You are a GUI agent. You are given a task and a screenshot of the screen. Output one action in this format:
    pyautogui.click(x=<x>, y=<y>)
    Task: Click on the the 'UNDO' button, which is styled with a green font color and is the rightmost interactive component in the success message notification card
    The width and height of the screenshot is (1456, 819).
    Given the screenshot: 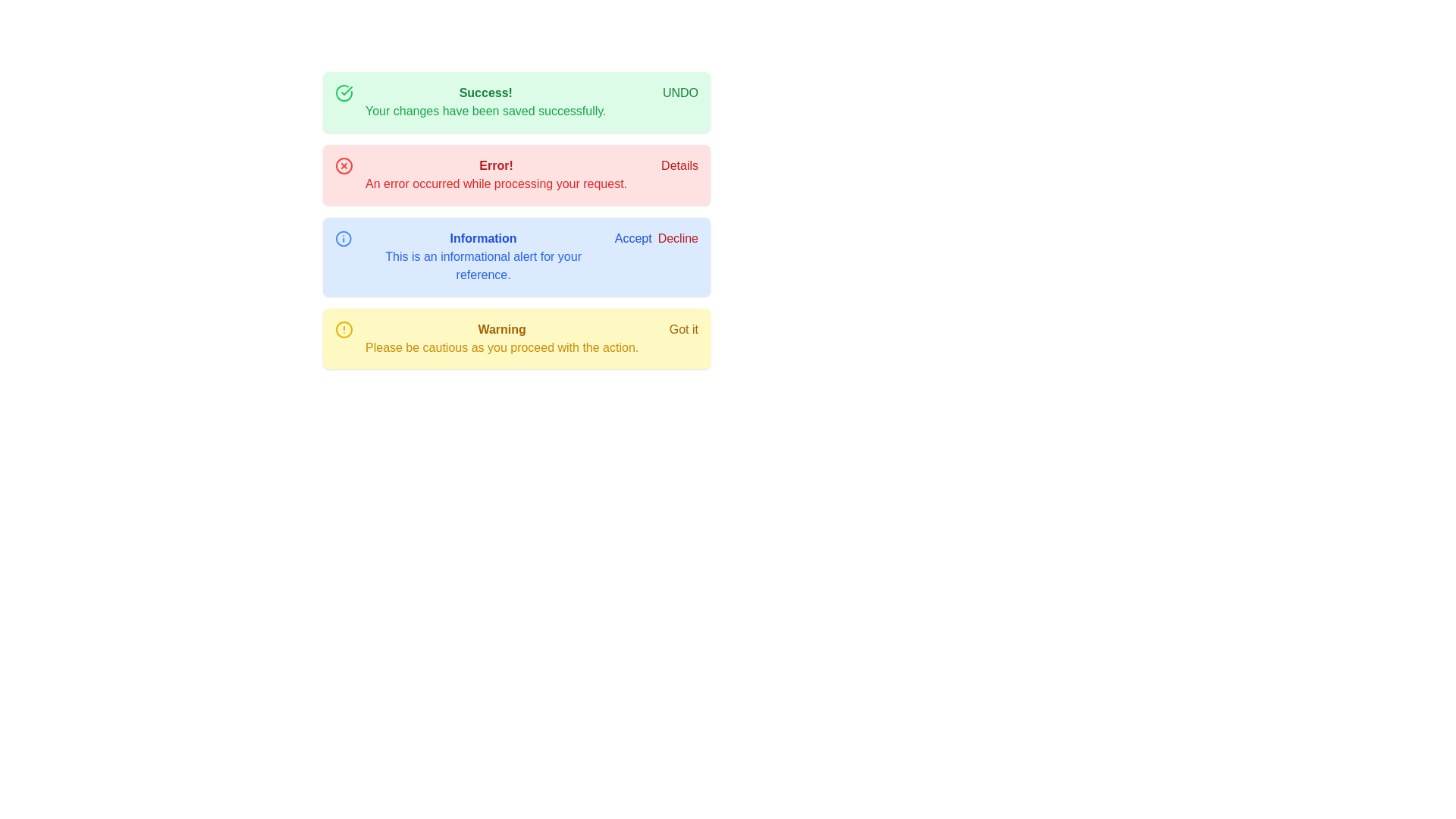 What is the action you would take?
    pyautogui.click(x=679, y=93)
    